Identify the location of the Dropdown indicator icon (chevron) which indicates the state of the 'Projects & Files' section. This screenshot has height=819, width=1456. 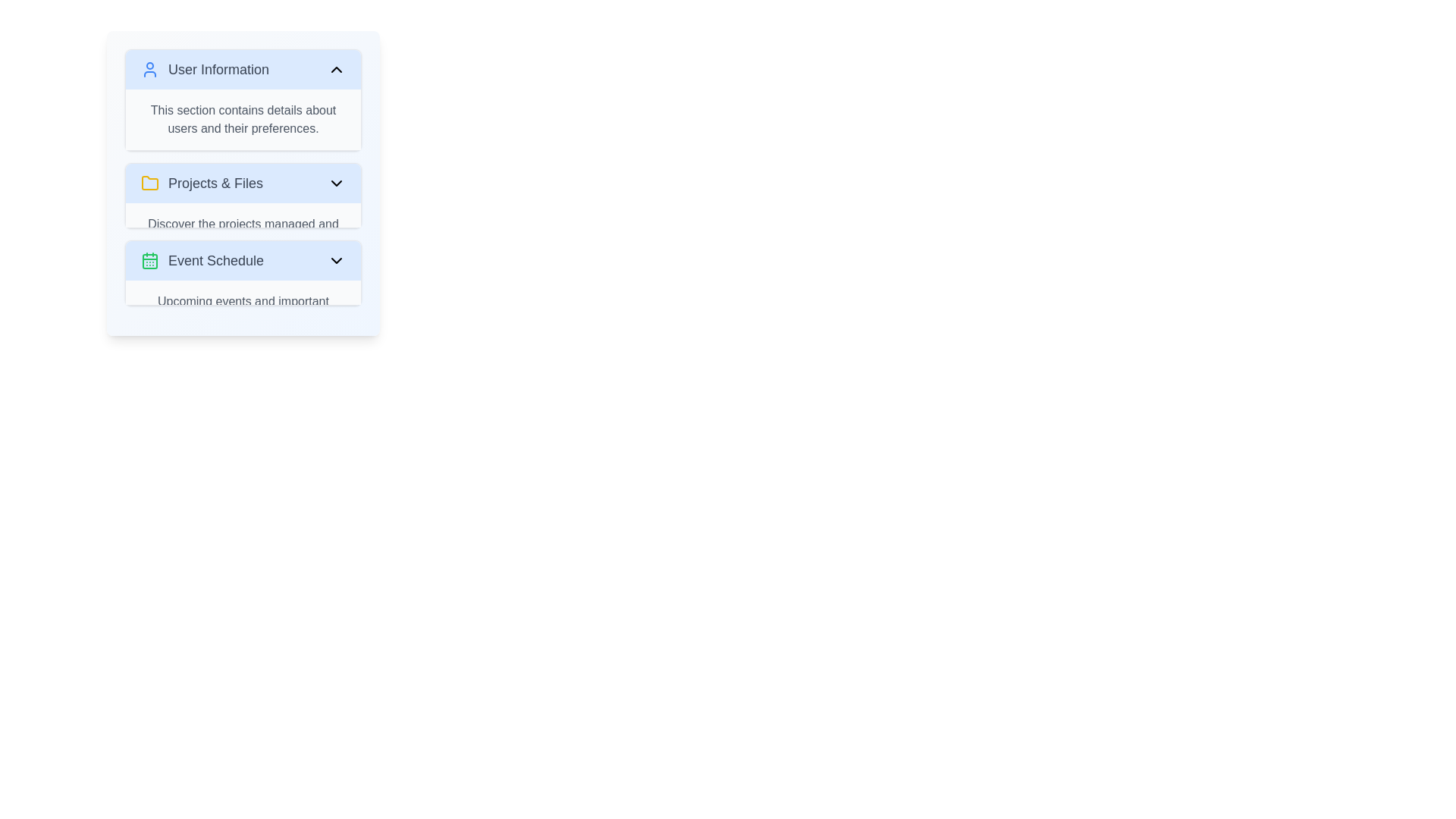
(336, 183).